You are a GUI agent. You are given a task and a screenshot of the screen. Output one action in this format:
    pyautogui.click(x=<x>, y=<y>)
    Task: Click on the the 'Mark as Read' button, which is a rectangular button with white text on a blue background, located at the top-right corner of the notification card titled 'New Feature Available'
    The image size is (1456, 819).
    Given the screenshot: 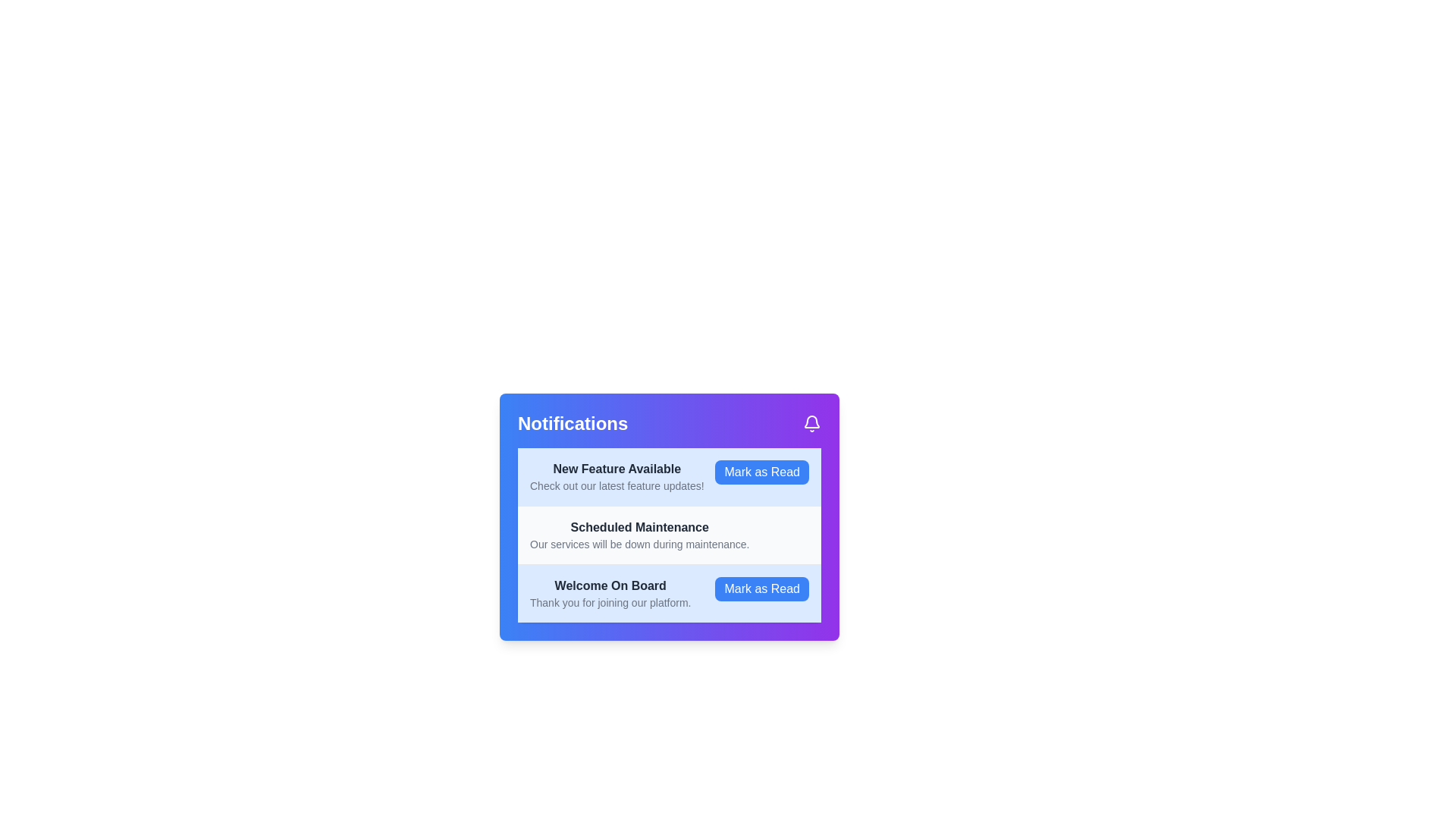 What is the action you would take?
    pyautogui.click(x=762, y=472)
    